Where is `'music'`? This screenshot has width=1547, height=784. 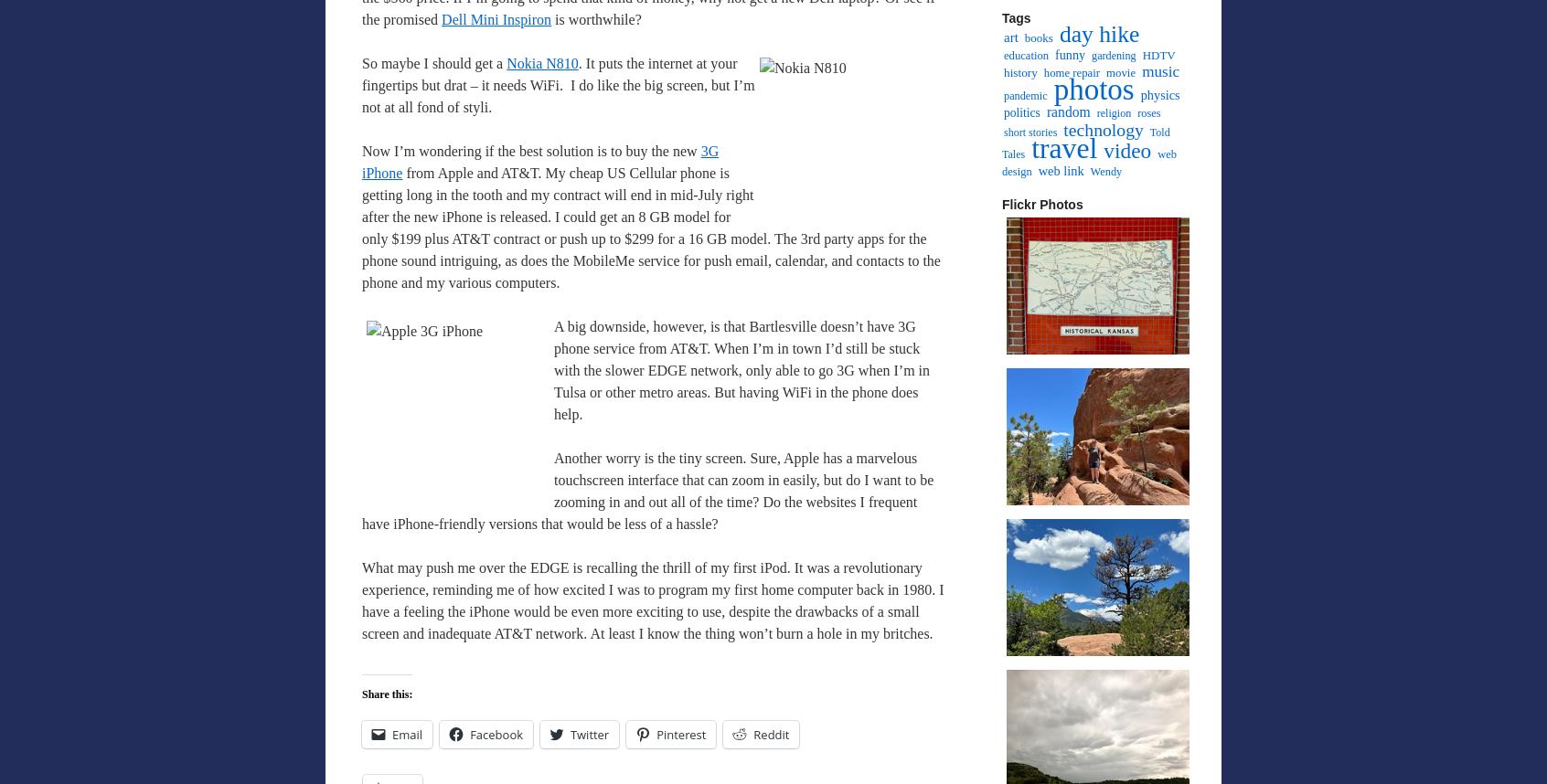 'music' is located at coordinates (1142, 70).